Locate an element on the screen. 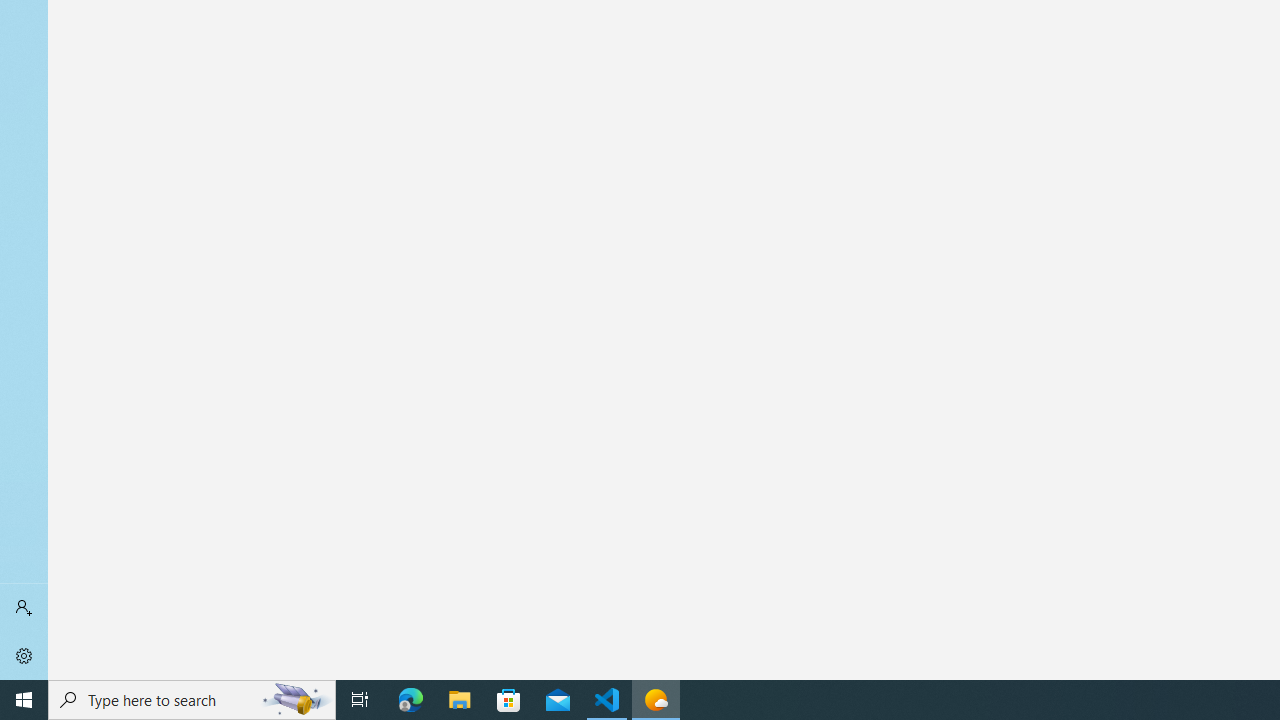 This screenshot has width=1280, height=720. 'Microsoft Edge' is located at coordinates (410, 698).